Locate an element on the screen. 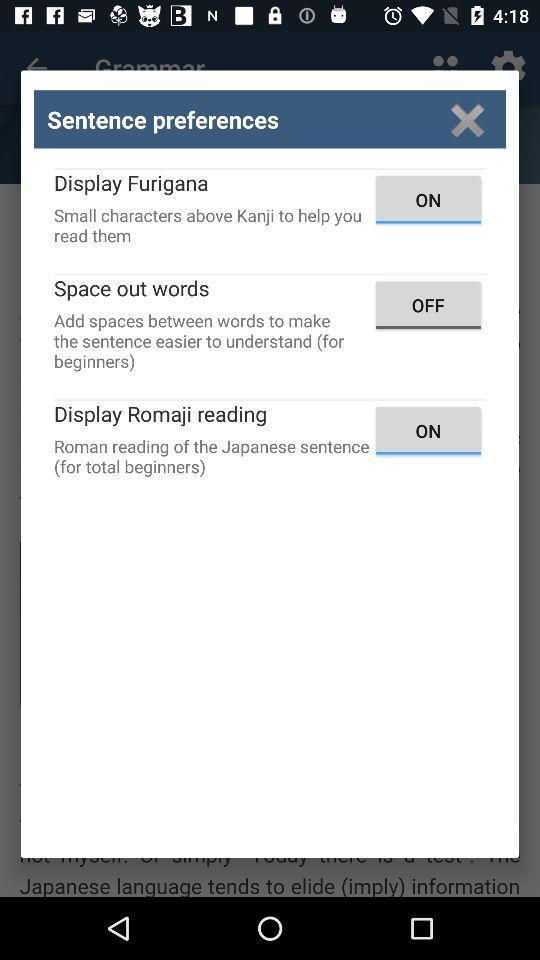 Image resolution: width=540 pixels, height=960 pixels. the off icon is located at coordinates (427, 305).